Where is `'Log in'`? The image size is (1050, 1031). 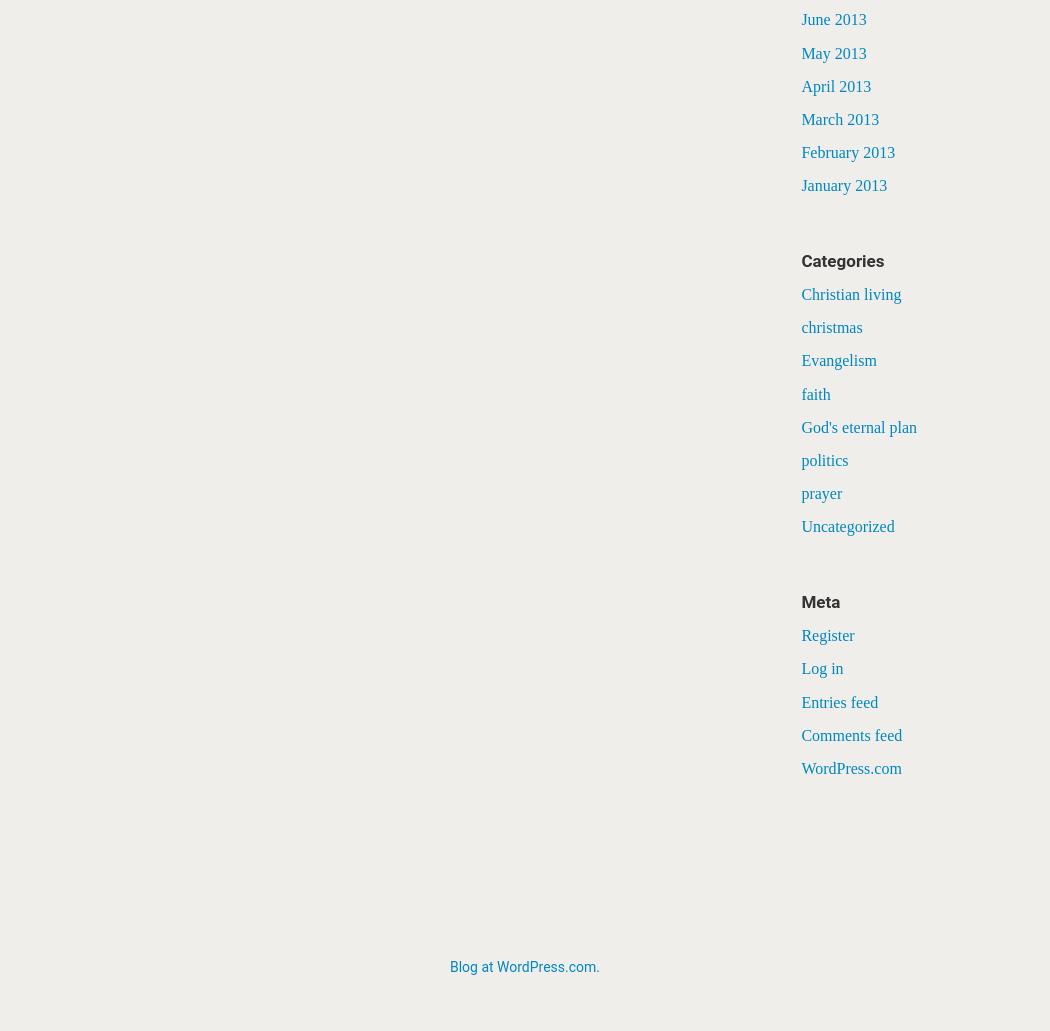
'Log in' is located at coordinates (821, 668).